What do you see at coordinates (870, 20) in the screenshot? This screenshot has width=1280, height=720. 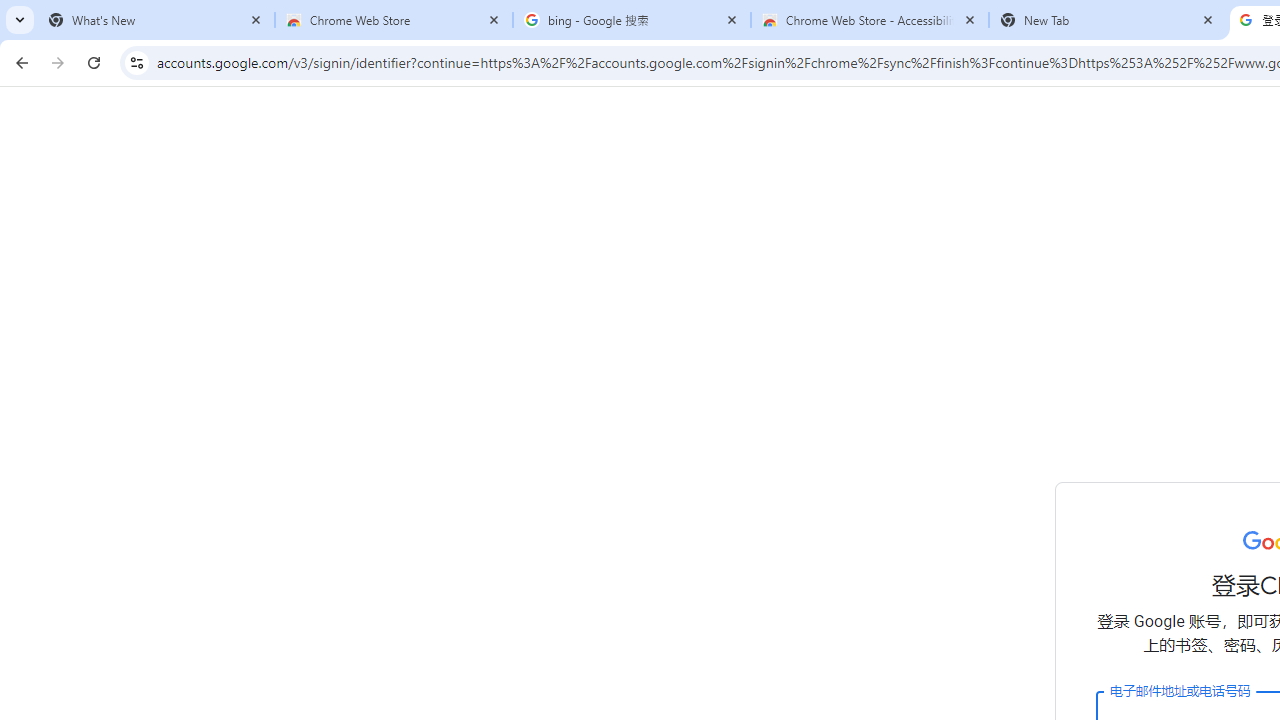 I see `'Chrome Web Store - Accessibility'` at bounding box center [870, 20].